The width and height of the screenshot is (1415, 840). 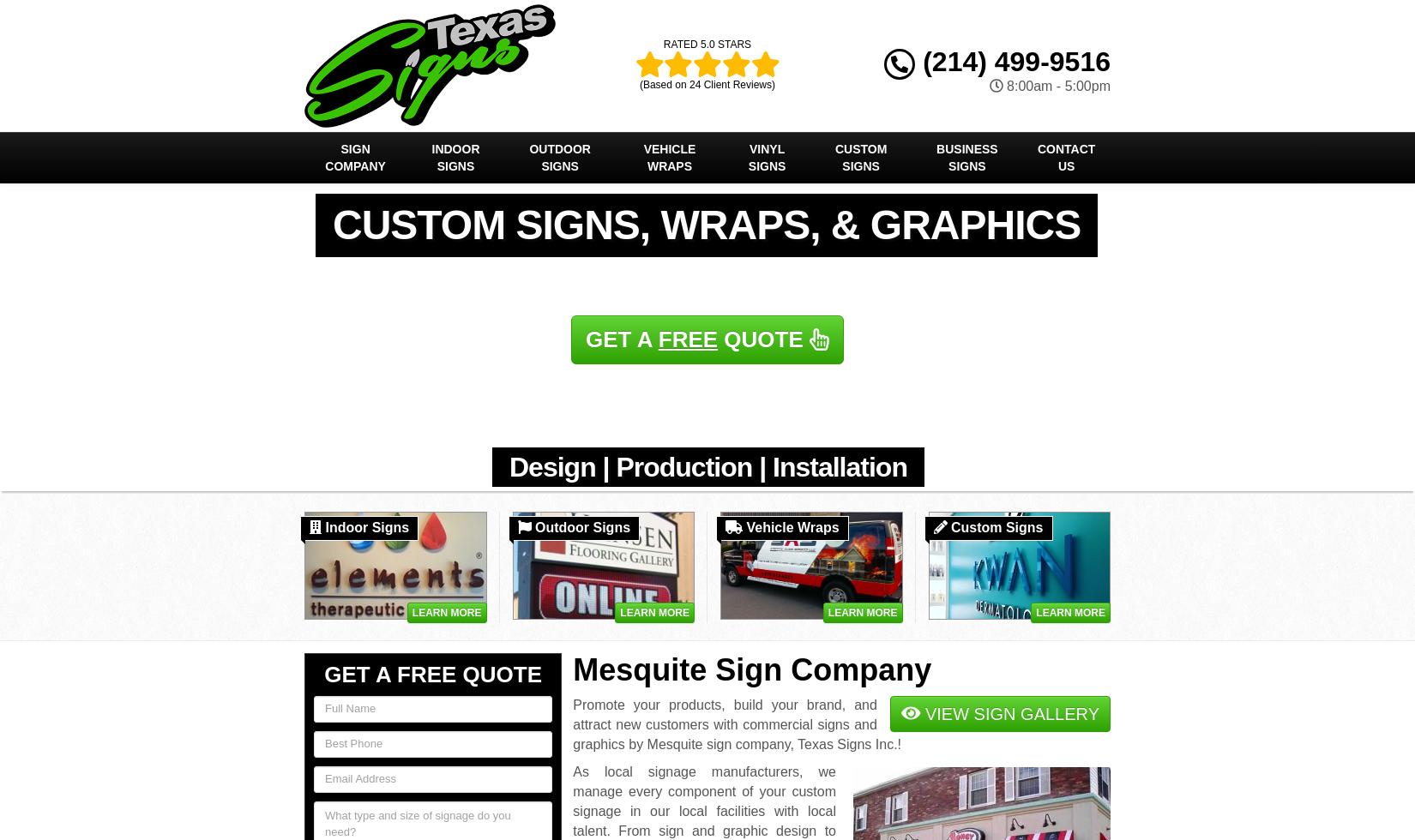 What do you see at coordinates (571, 669) in the screenshot?
I see `'Mesquite Sign Company'` at bounding box center [571, 669].